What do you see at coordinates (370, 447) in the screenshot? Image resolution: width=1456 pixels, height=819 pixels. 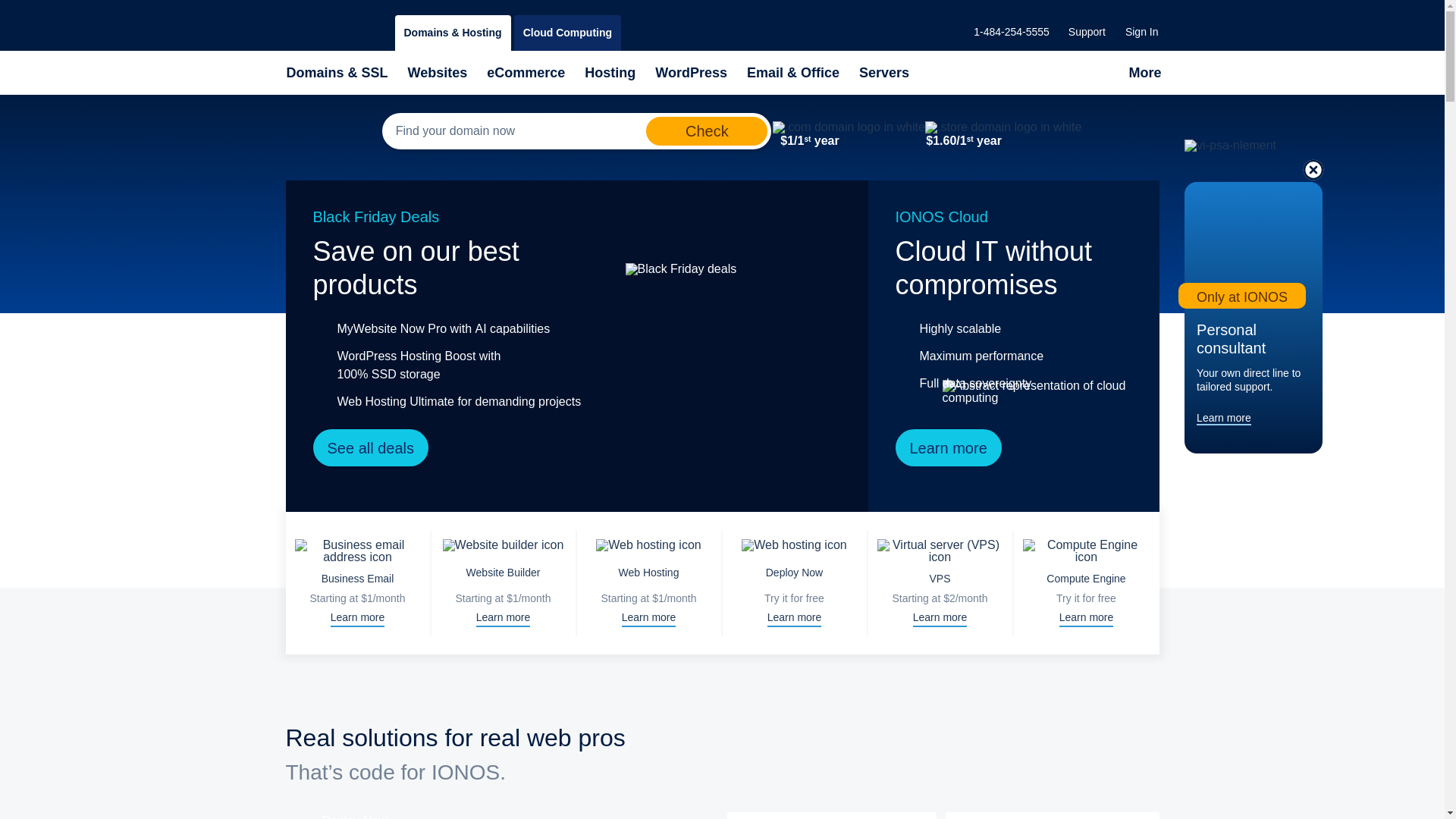 I see `'See all deals'` at bounding box center [370, 447].